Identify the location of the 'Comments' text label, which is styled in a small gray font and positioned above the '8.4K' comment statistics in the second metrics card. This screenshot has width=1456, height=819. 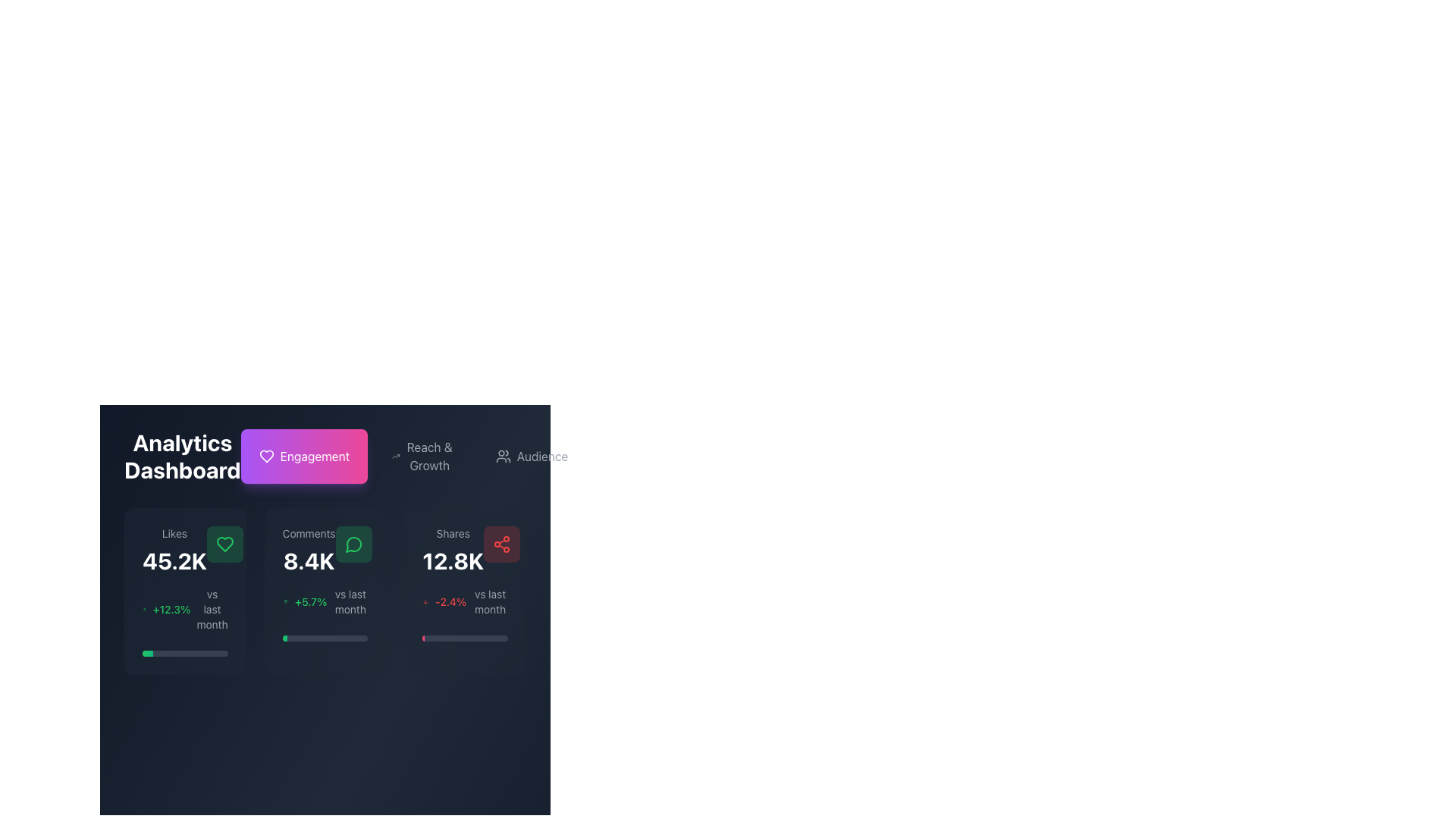
(308, 533).